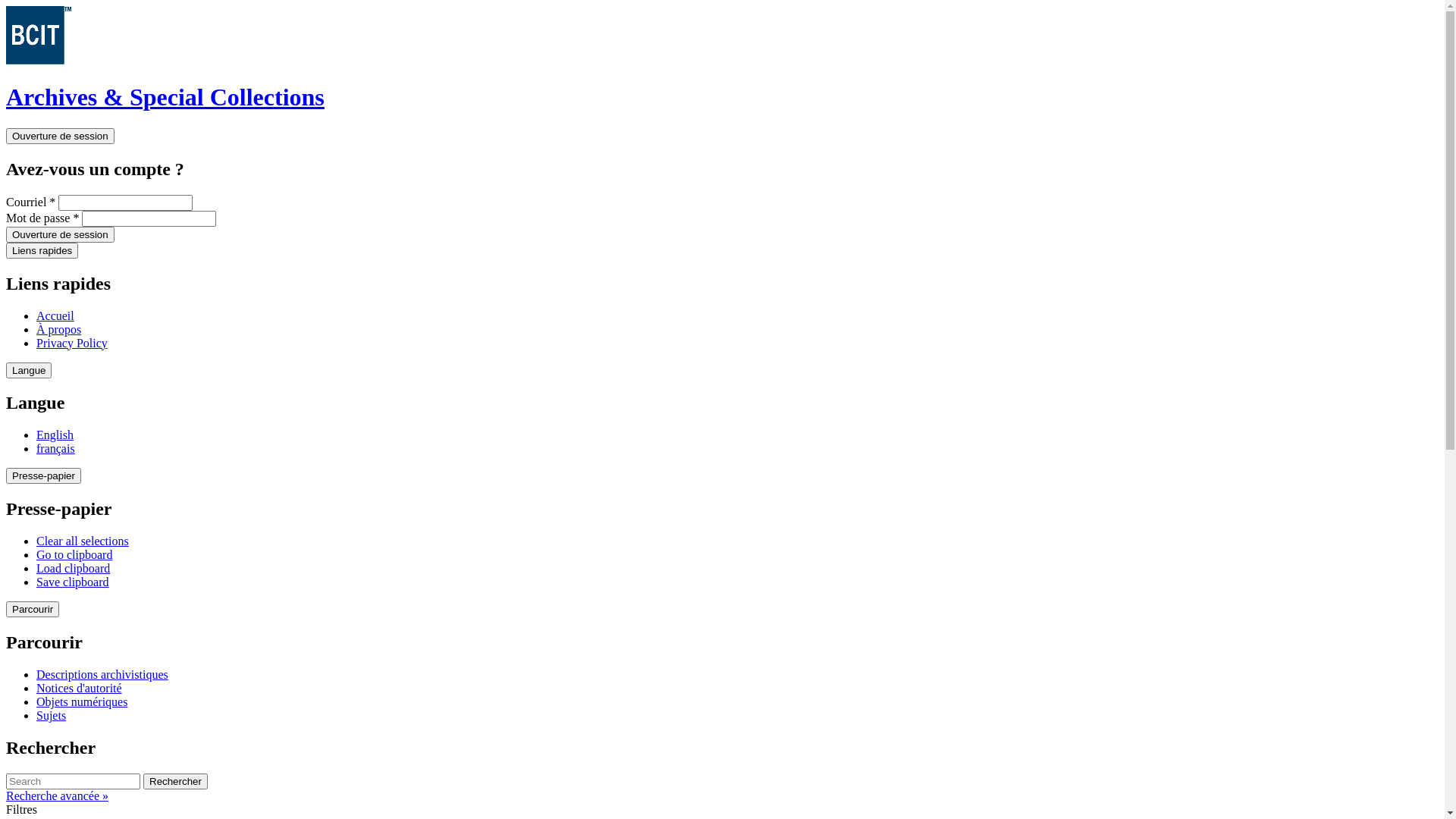 This screenshot has width=1456, height=819. I want to click on 'Accueil', so click(55, 315).